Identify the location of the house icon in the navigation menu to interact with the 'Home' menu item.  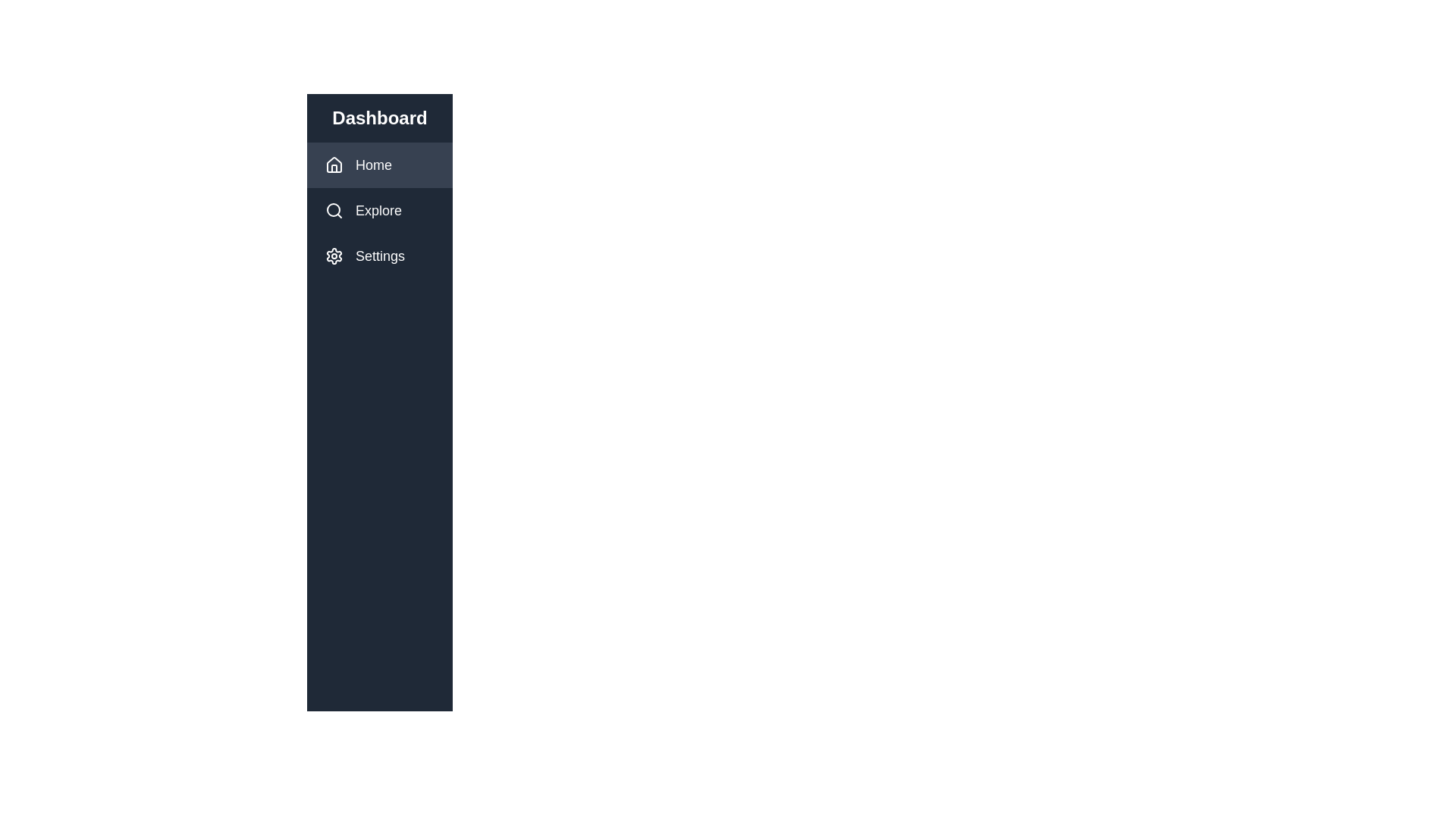
(340, 165).